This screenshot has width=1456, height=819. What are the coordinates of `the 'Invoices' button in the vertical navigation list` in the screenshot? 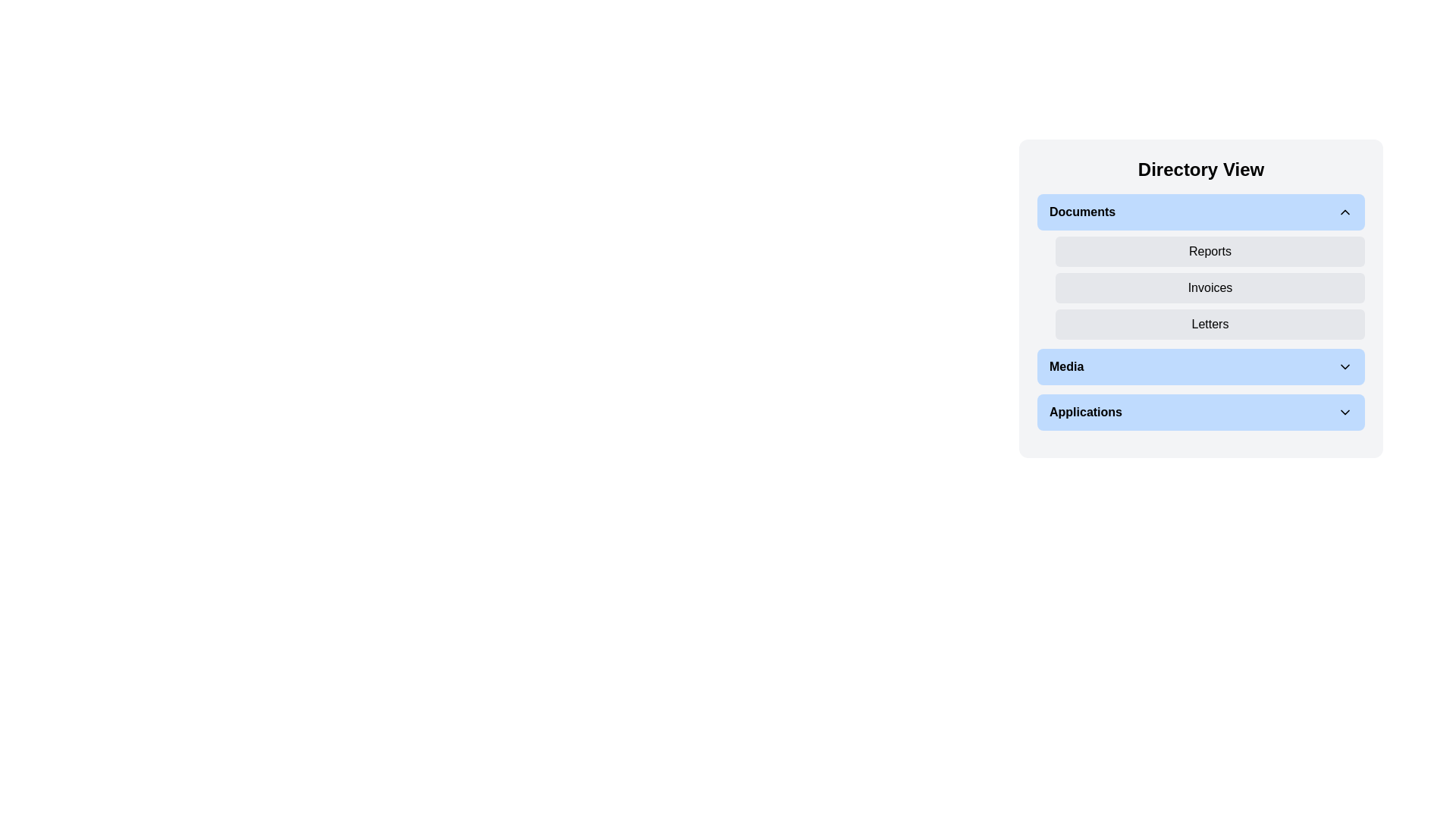 It's located at (1210, 288).